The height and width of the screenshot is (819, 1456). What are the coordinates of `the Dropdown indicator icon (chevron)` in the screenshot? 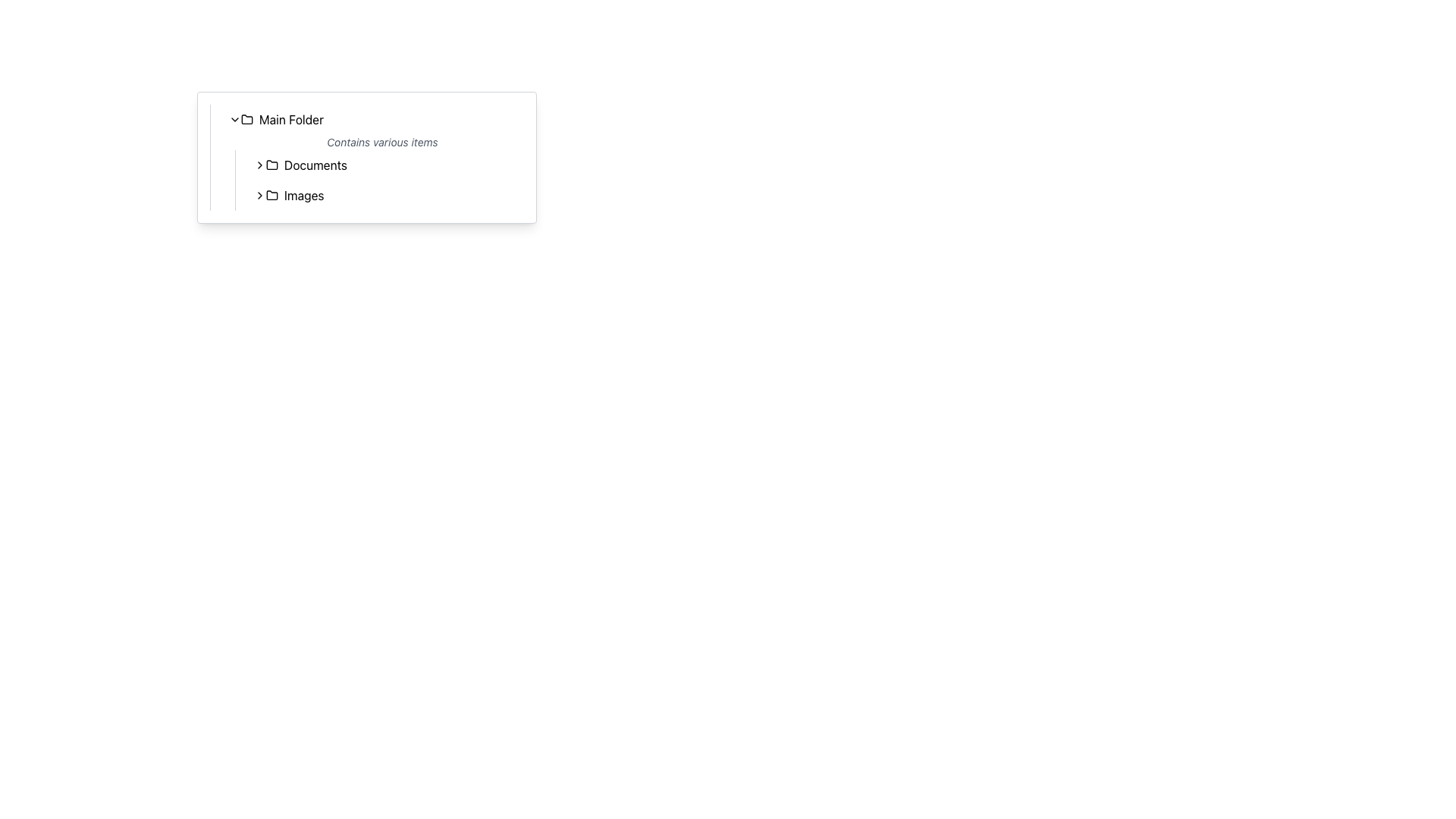 It's located at (234, 119).